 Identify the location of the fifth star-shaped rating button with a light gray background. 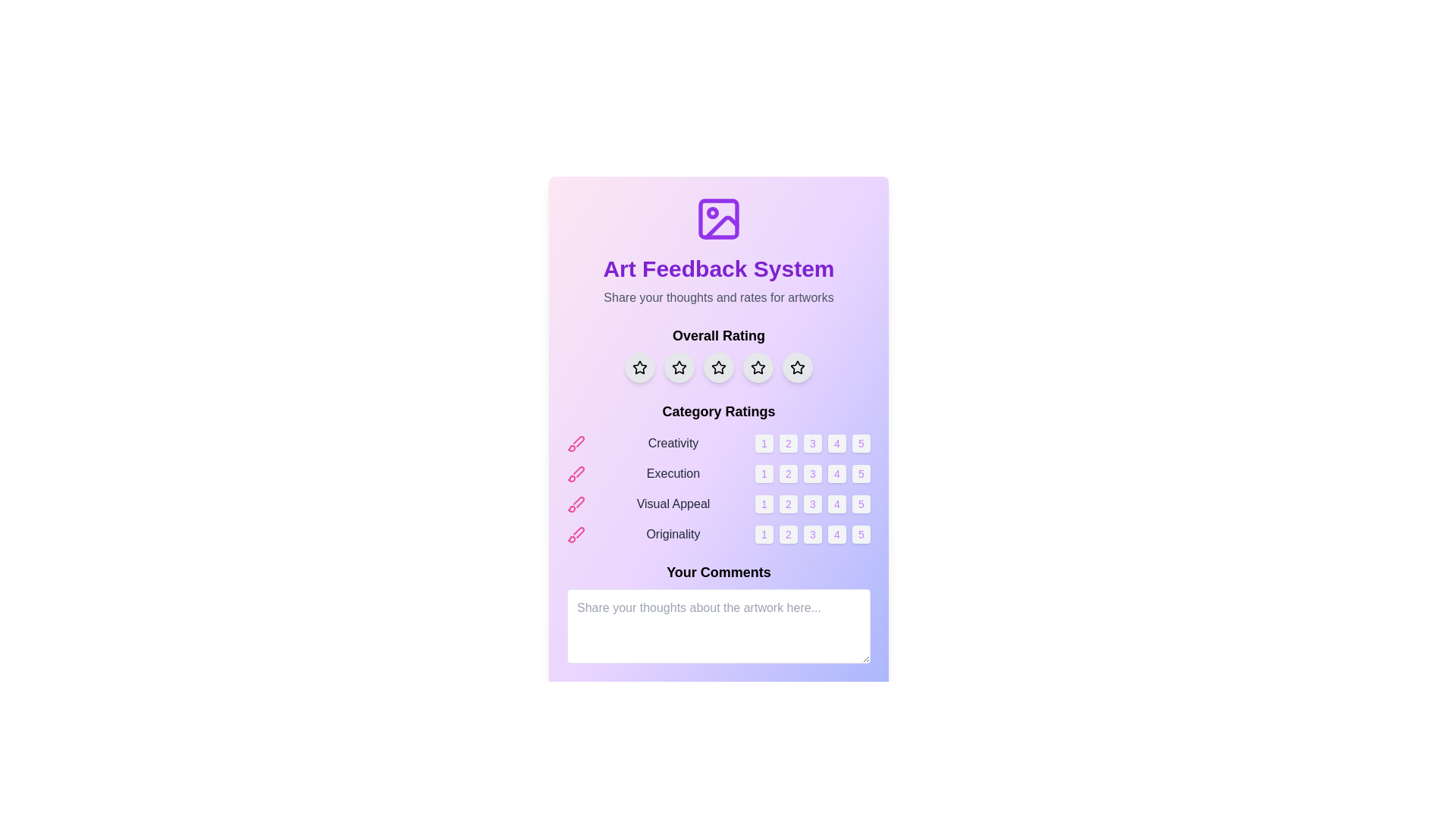
(796, 368).